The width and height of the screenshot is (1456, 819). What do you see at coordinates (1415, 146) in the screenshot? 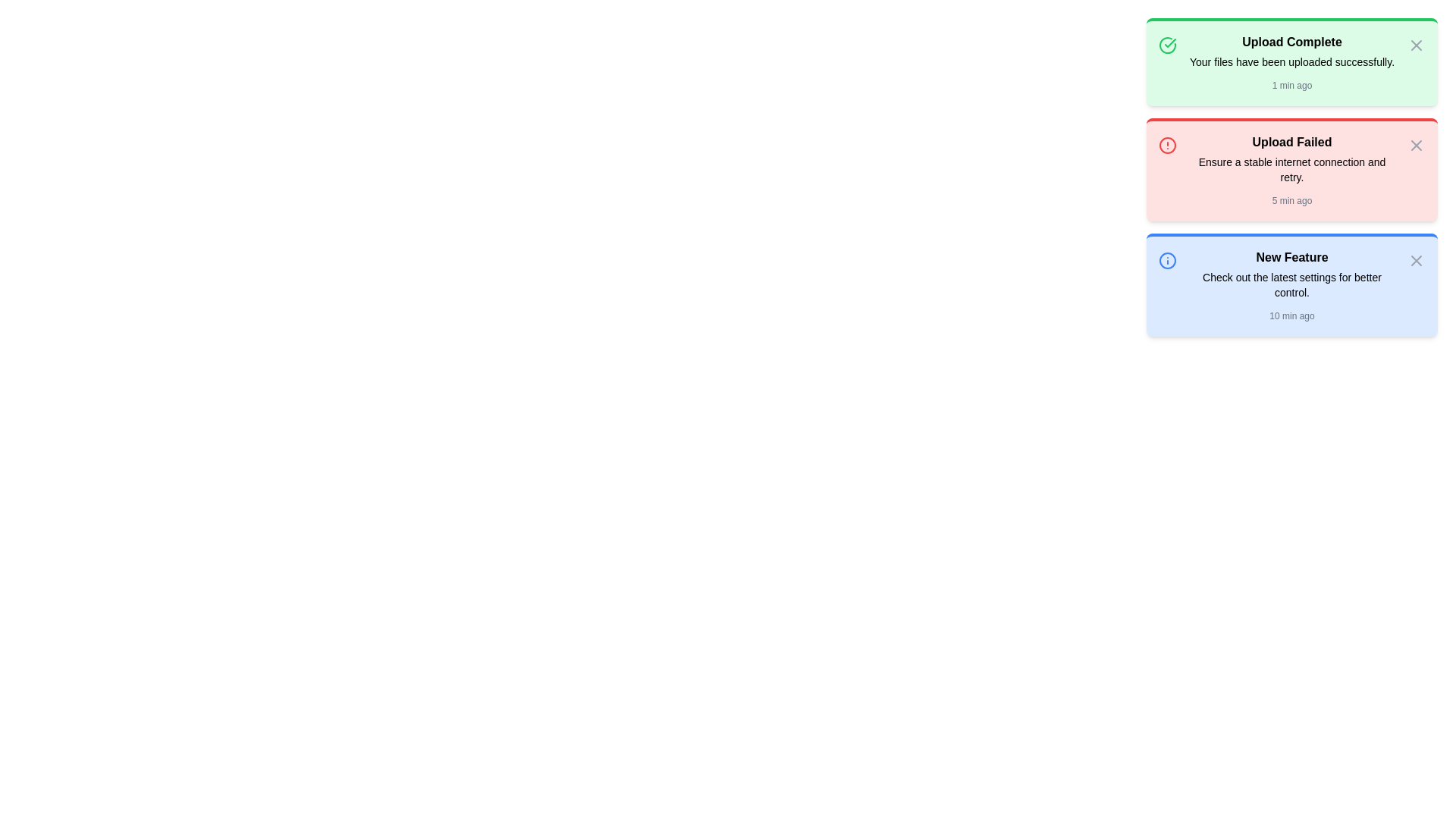
I see `the diagonal line graphic part of the close button located in the top-right corner of the 'Upload Failed' dialog card` at bounding box center [1415, 146].